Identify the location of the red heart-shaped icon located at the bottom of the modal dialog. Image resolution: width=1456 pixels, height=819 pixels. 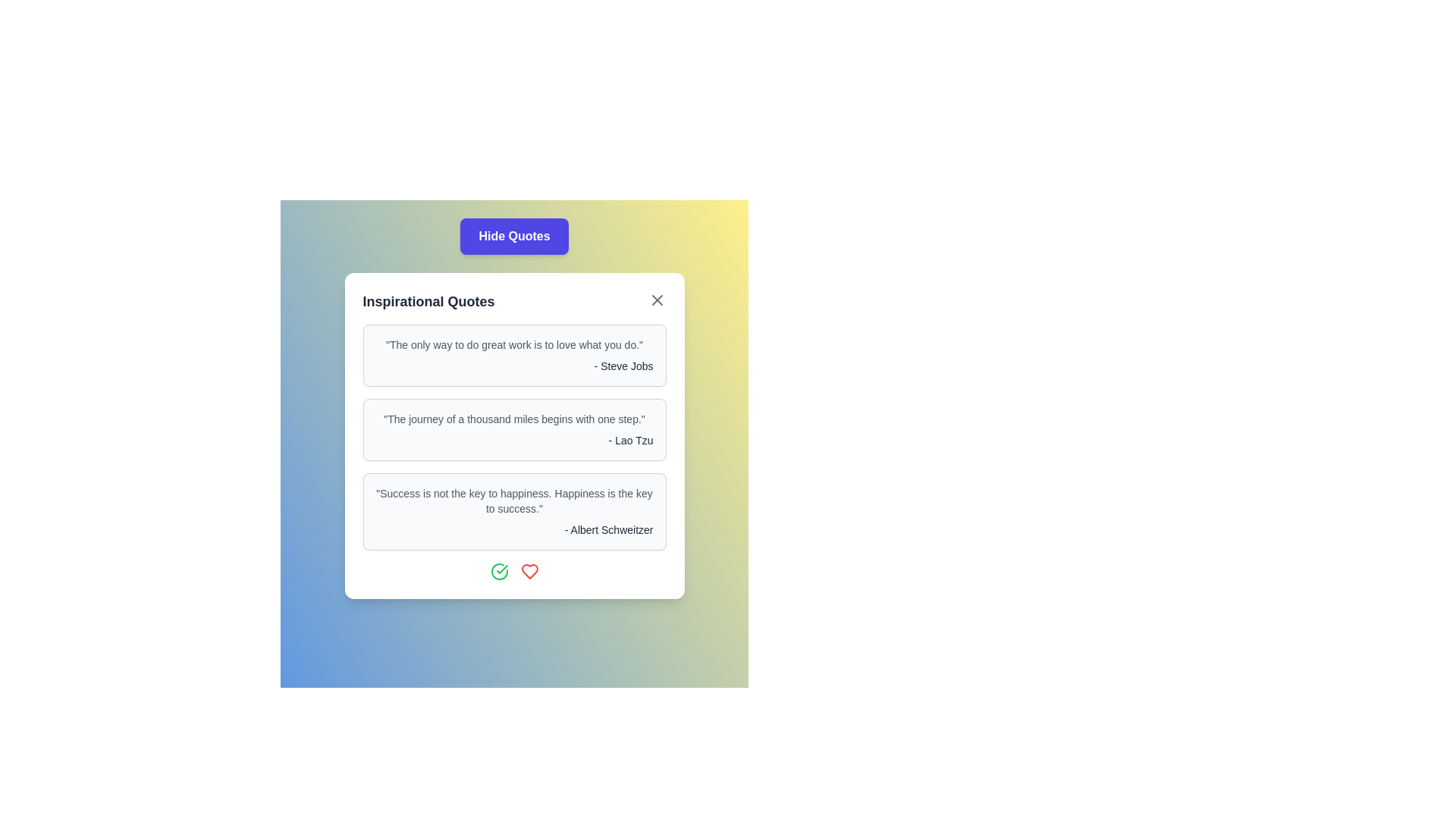
(529, 571).